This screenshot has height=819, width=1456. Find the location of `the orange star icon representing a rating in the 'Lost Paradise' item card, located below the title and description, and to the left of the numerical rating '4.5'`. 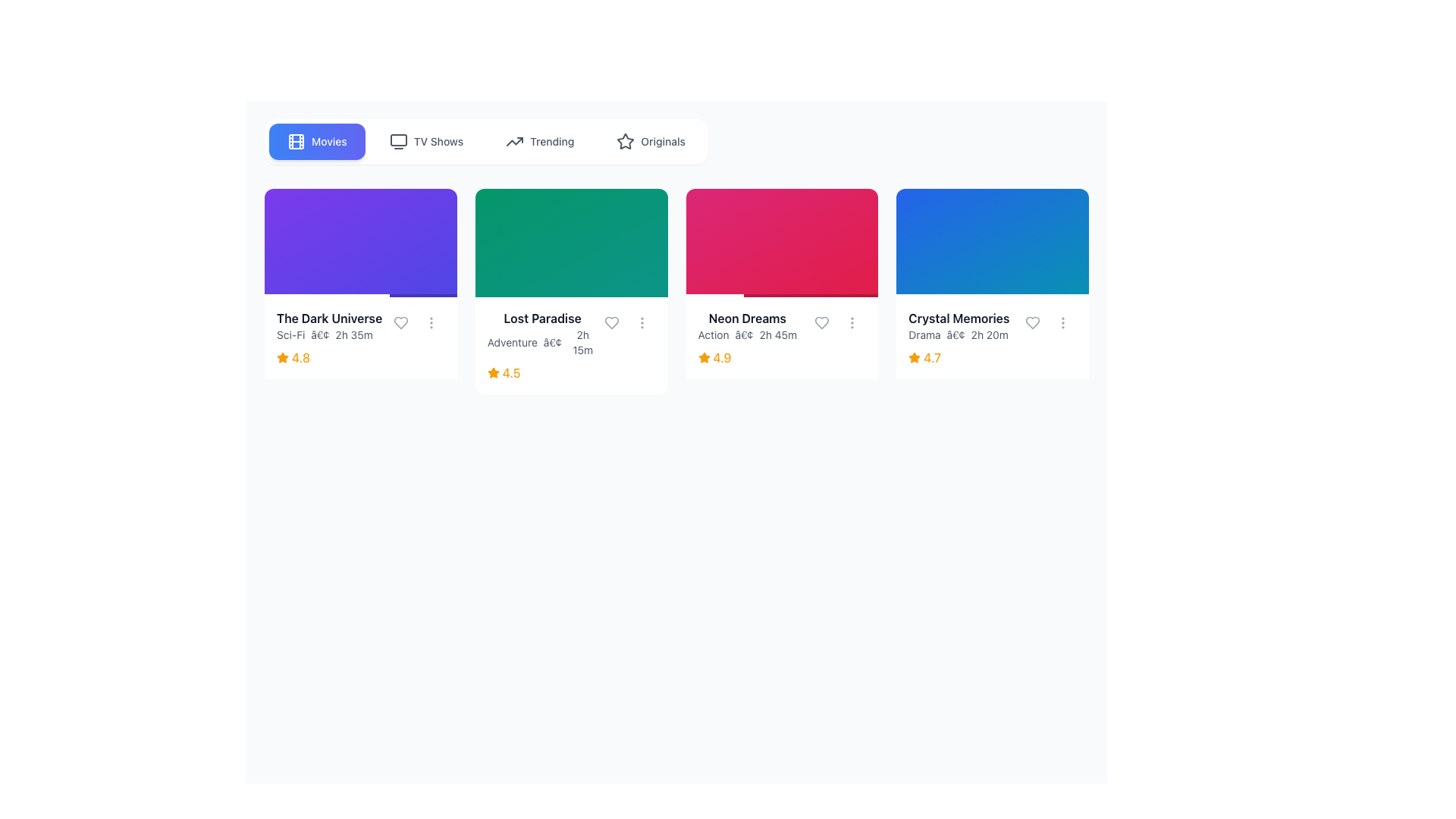

the orange star icon representing a rating in the 'Lost Paradise' item card, located below the title and description, and to the left of the numerical rating '4.5' is located at coordinates (493, 372).